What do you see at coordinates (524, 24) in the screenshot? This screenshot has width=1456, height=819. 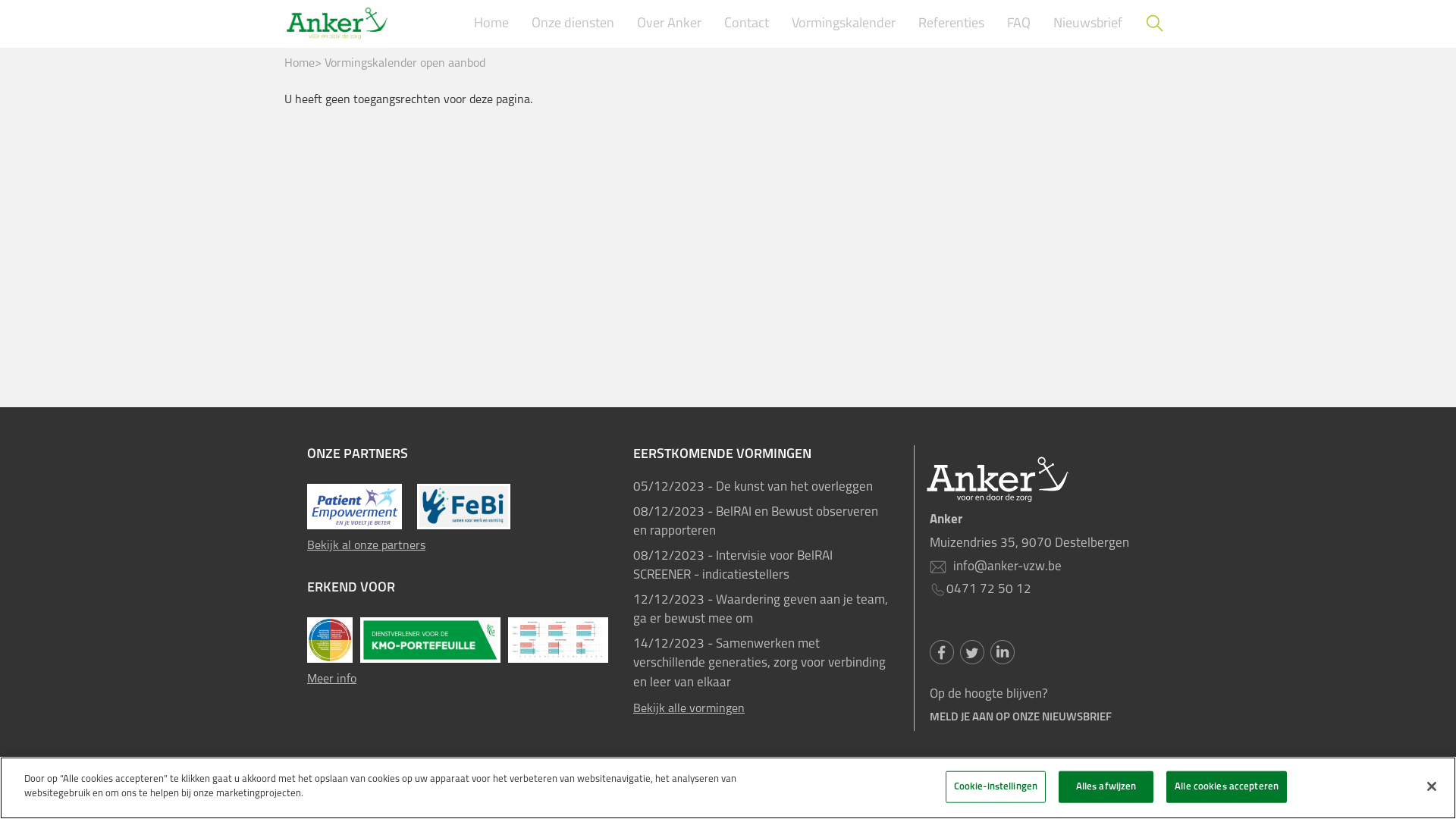 I see `'Onze diensten'` at bounding box center [524, 24].